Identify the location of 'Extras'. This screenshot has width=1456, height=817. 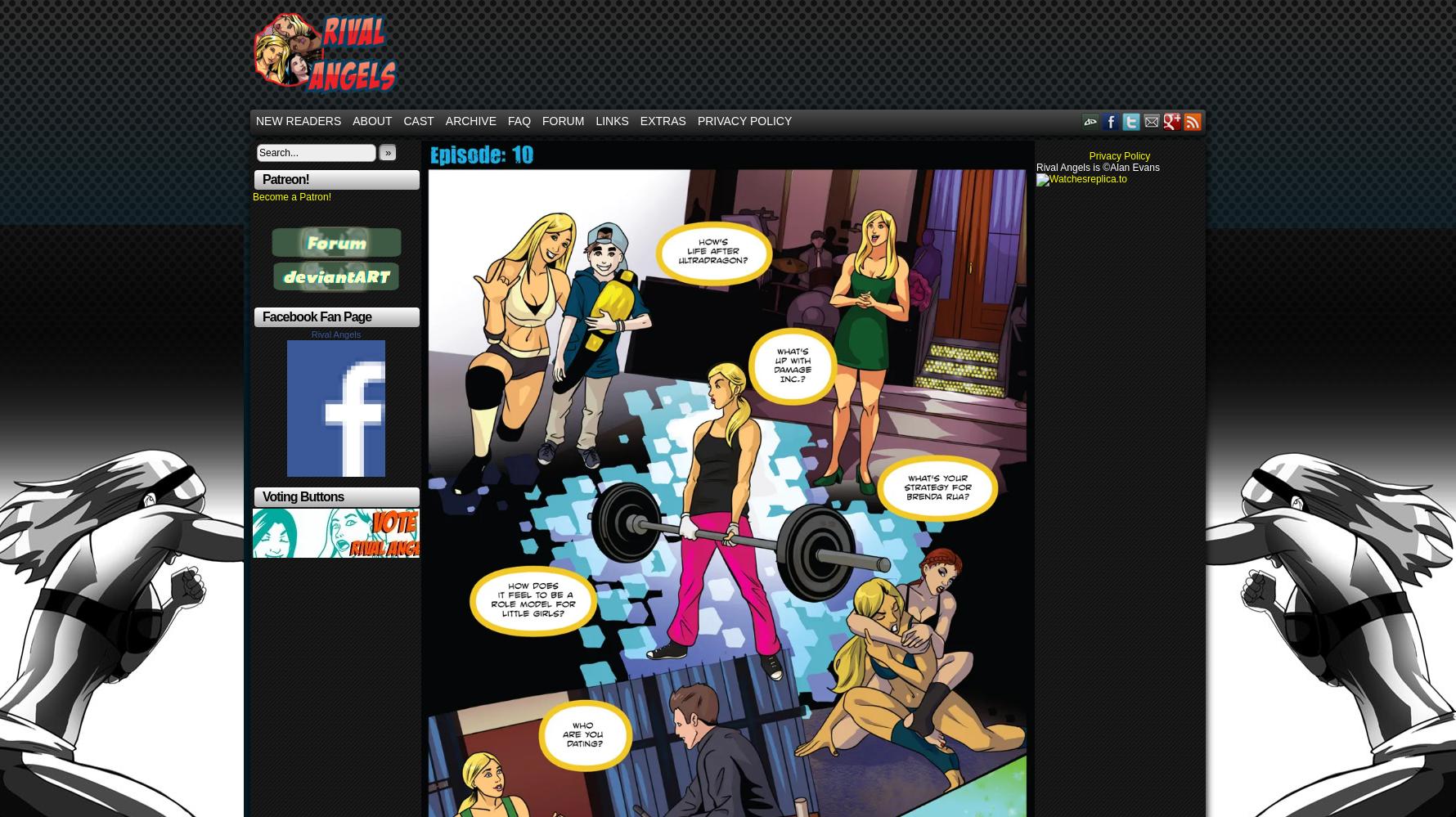
(663, 120).